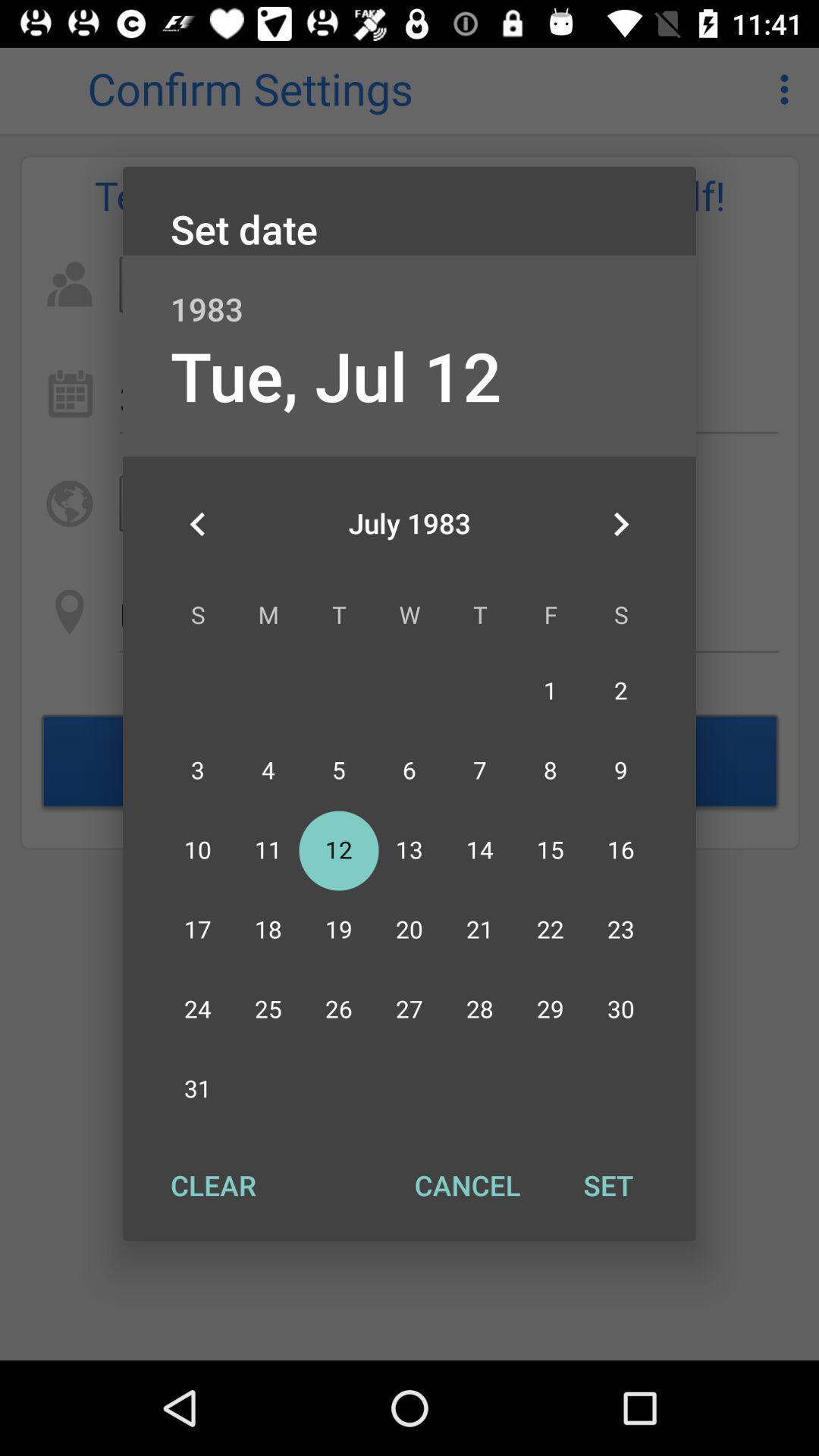 The image size is (819, 1456). I want to click on item next to the set, so click(466, 1185).